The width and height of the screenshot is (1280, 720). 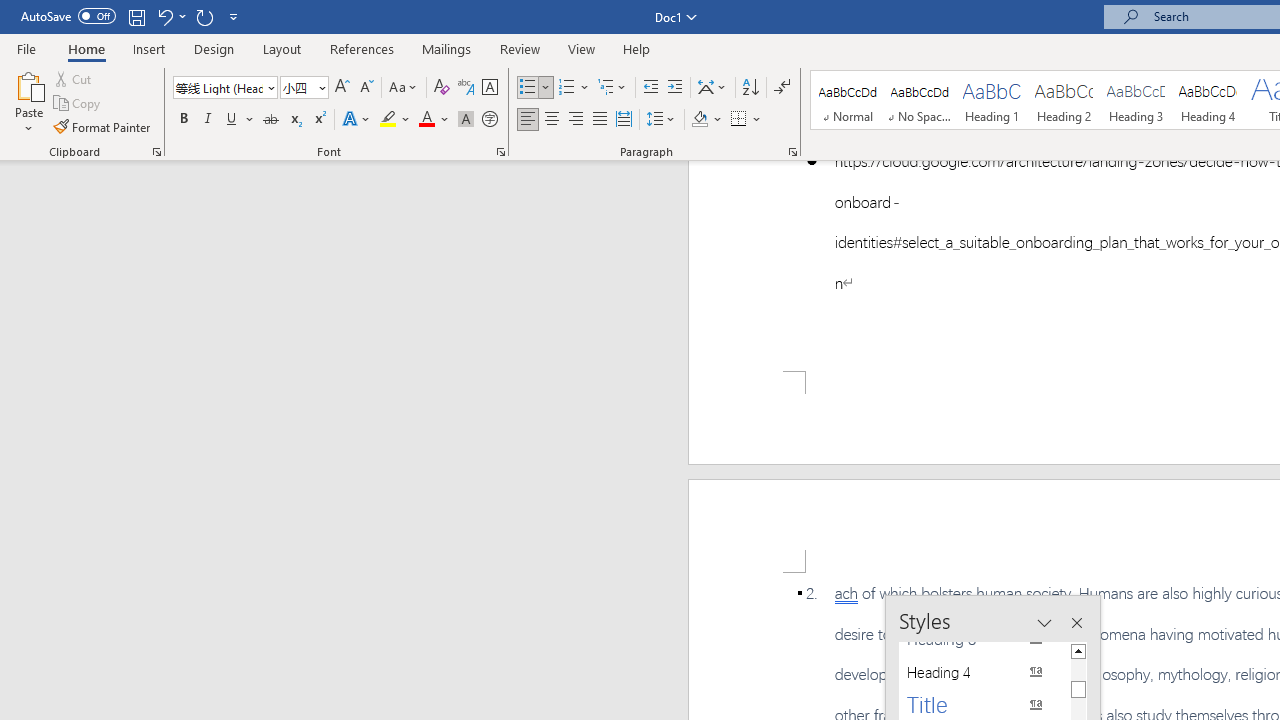 I want to click on 'Font Color', so click(x=433, y=119).